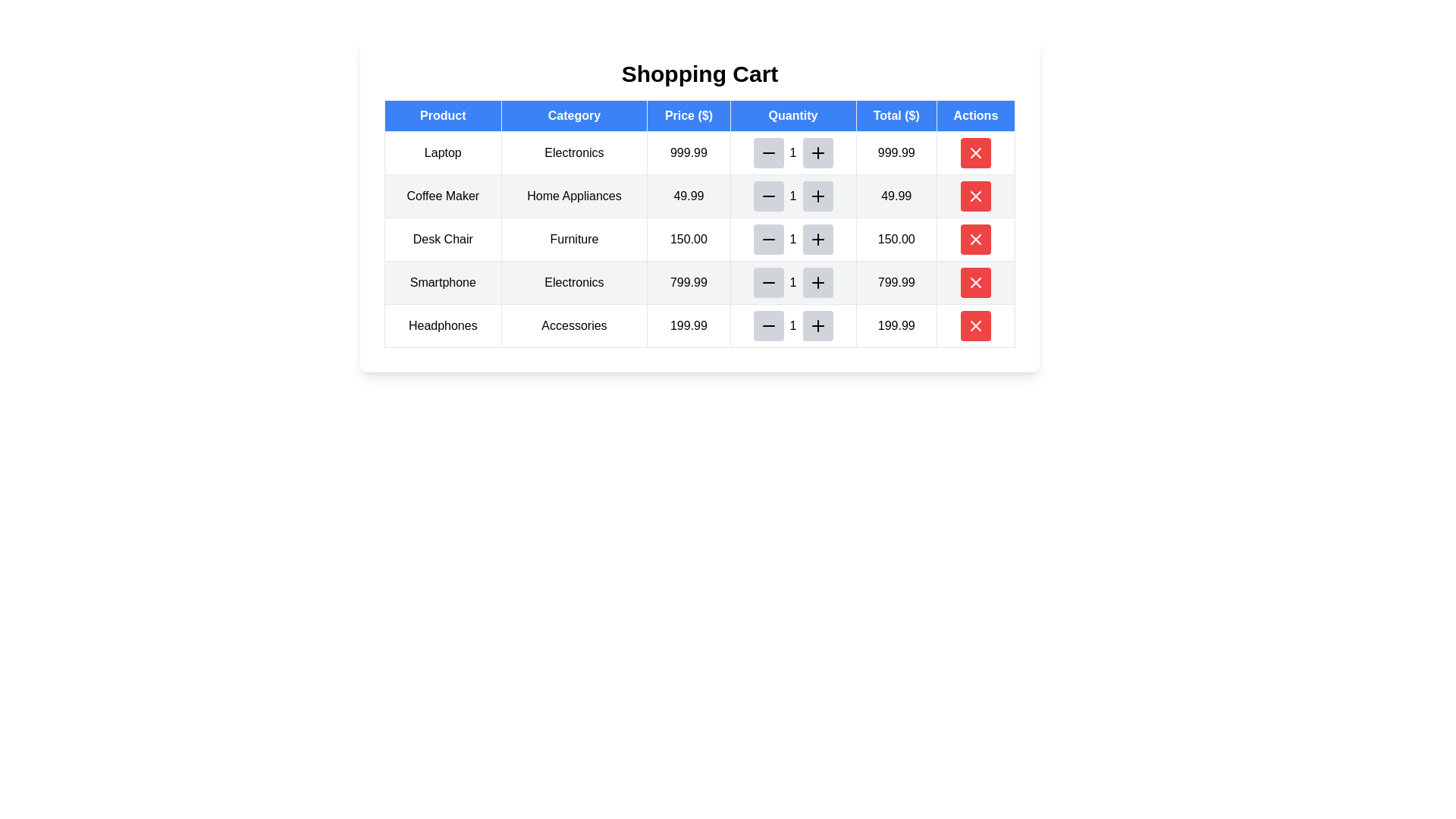 Image resolution: width=1456 pixels, height=819 pixels. Describe the element at coordinates (573, 195) in the screenshot. I see `the text label displaying the category of the product in the second row of the shopping cart table, located under the 'Category' column` at that location.